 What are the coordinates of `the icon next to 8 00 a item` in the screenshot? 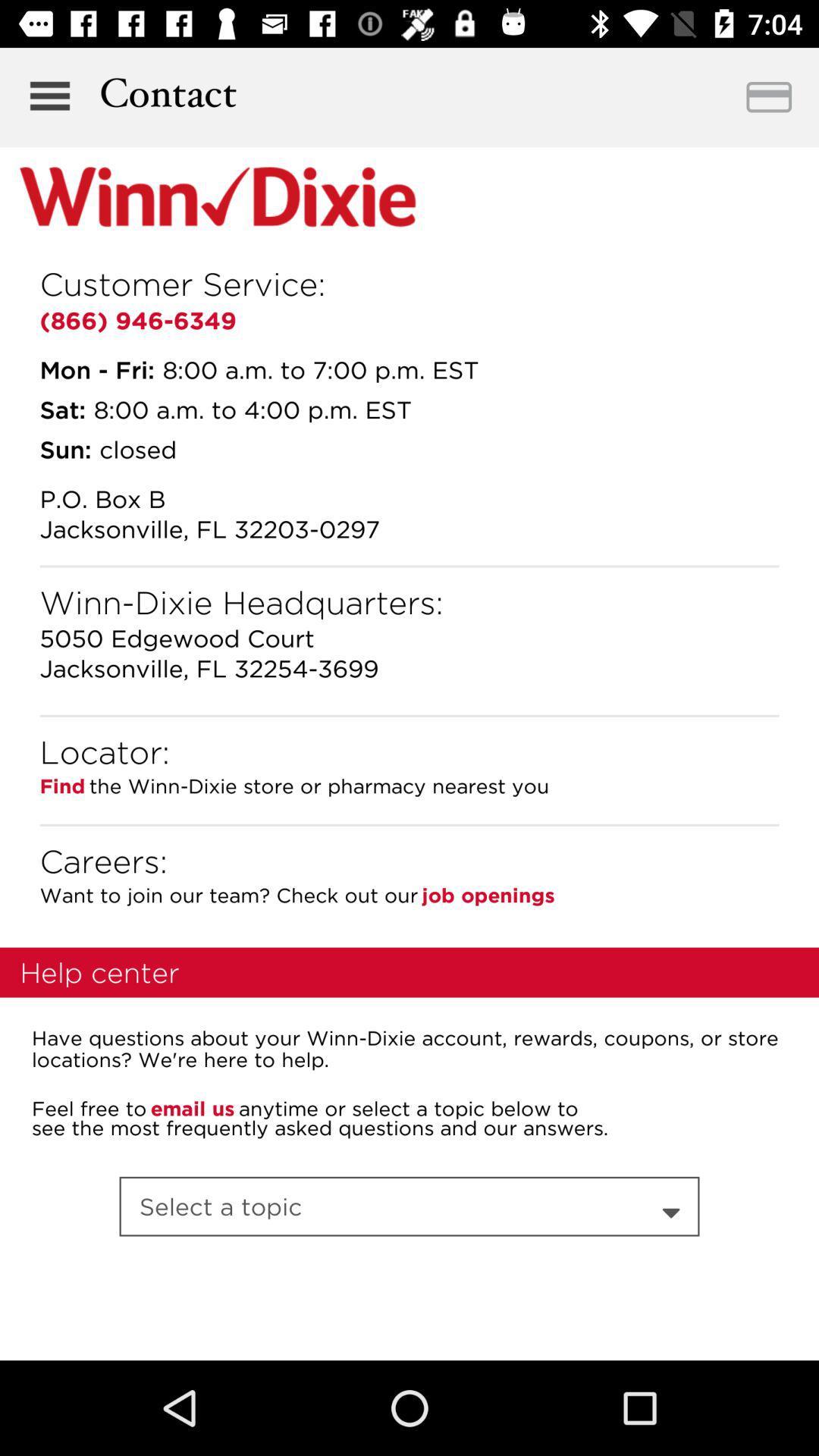 It's located at (61, 409).